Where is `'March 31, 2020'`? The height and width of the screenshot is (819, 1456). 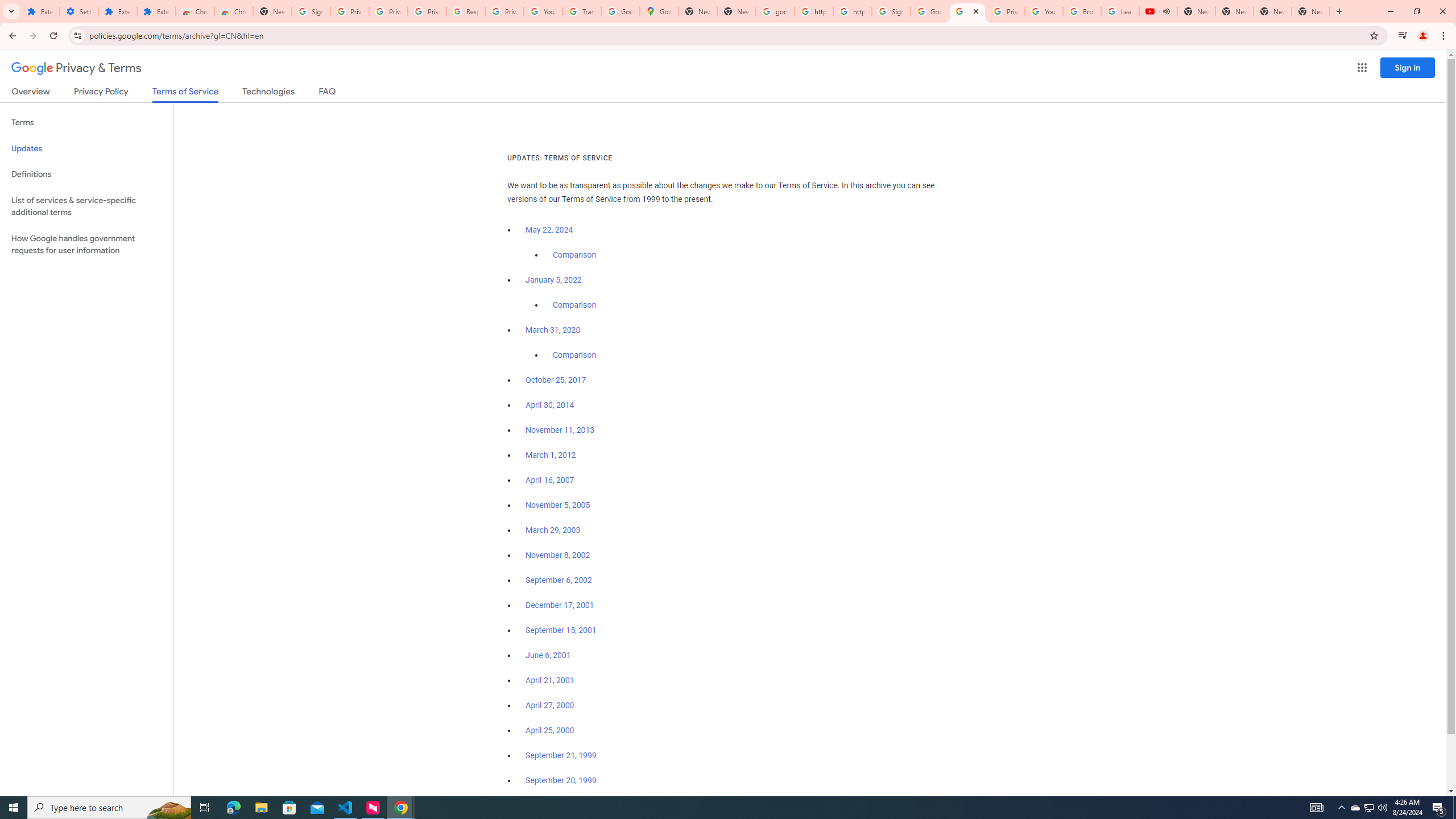 'March 31, 2020' is located at coordinates (552, 330).